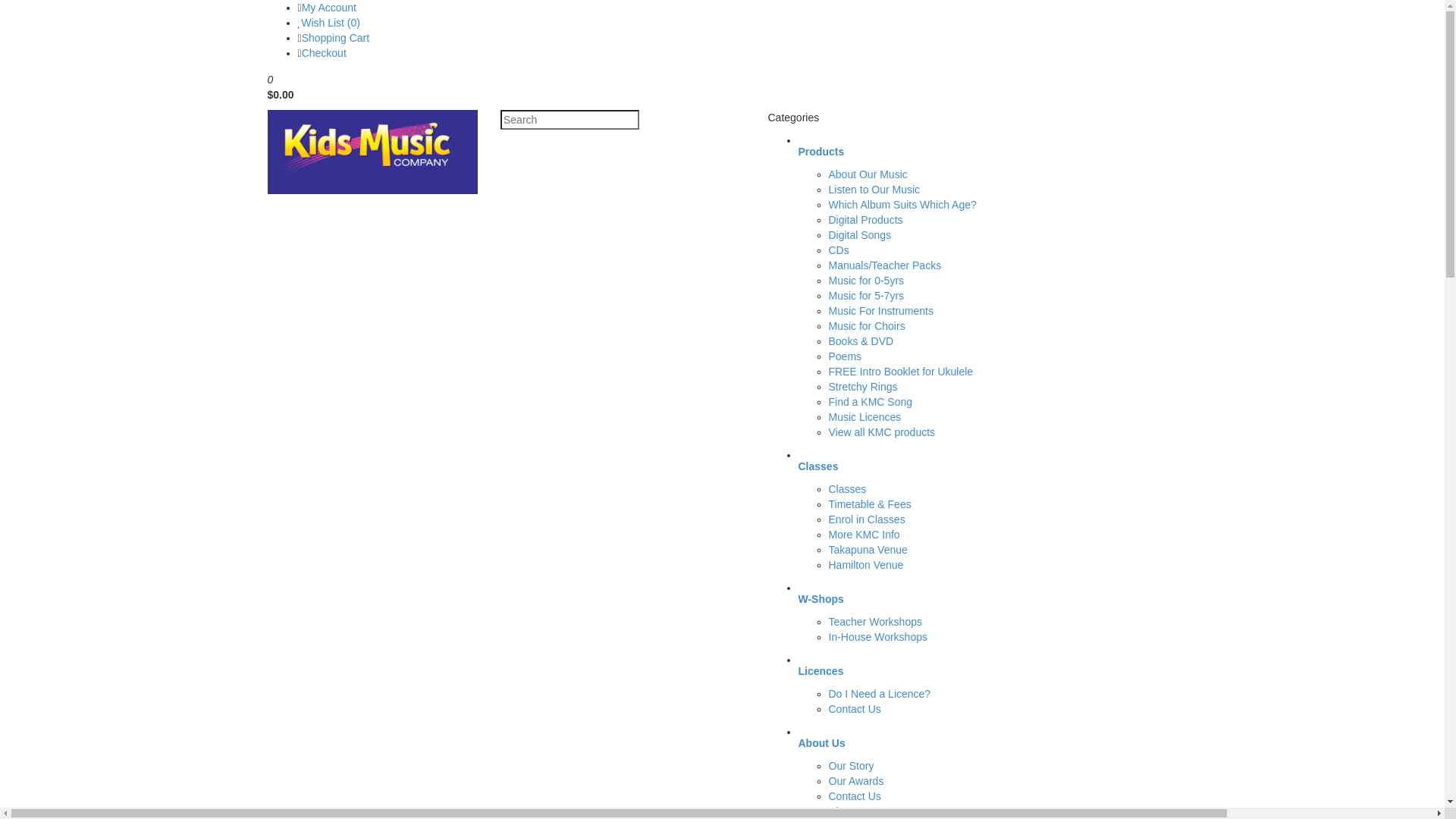  What do you see at coordinates (827, 780) in the screenshot?
I see `'Our Awards'` at bounding box center [827, 780].